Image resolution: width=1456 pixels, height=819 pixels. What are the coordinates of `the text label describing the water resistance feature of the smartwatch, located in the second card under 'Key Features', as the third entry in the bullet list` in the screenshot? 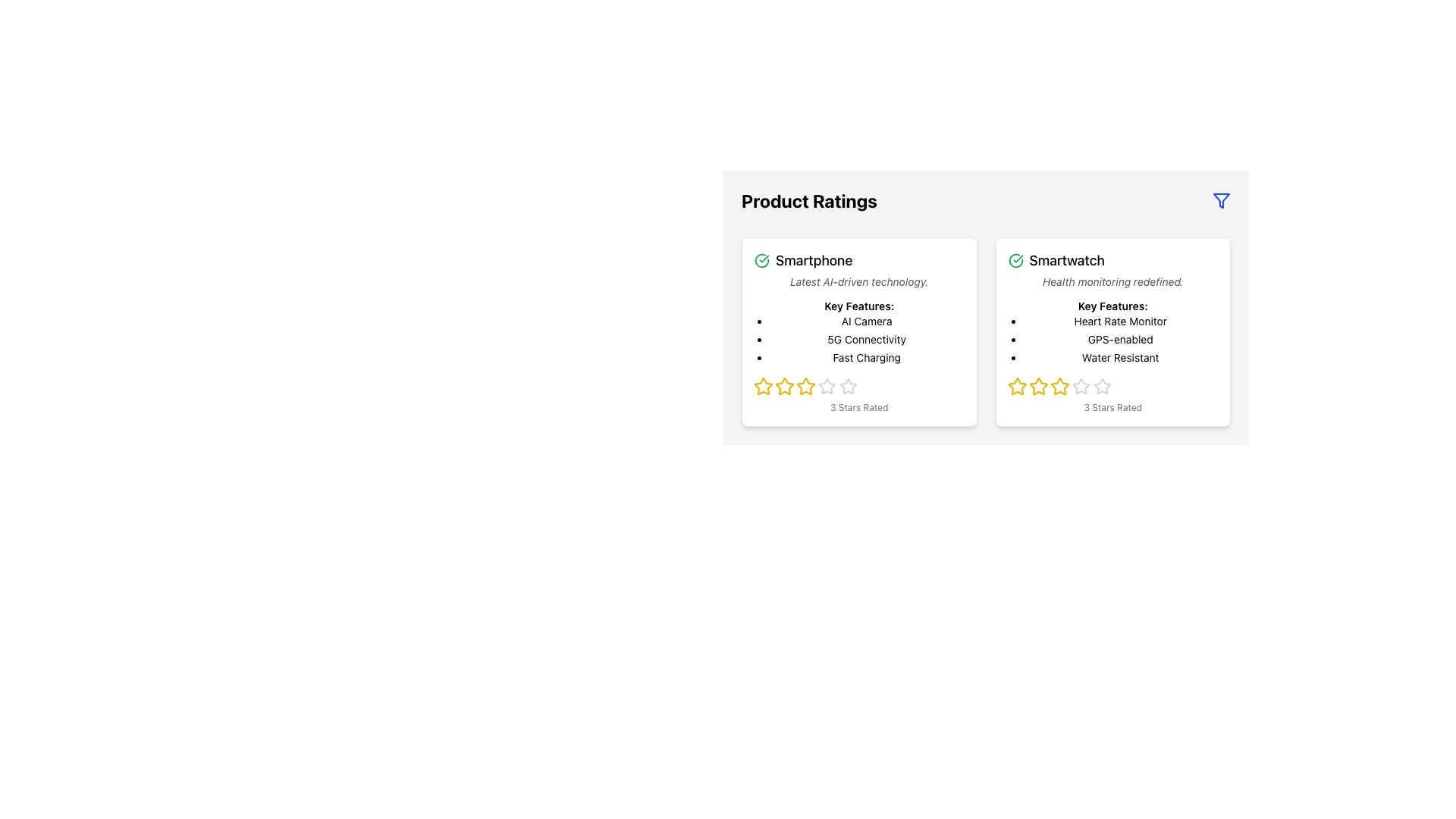 It's located at (1120, 357).